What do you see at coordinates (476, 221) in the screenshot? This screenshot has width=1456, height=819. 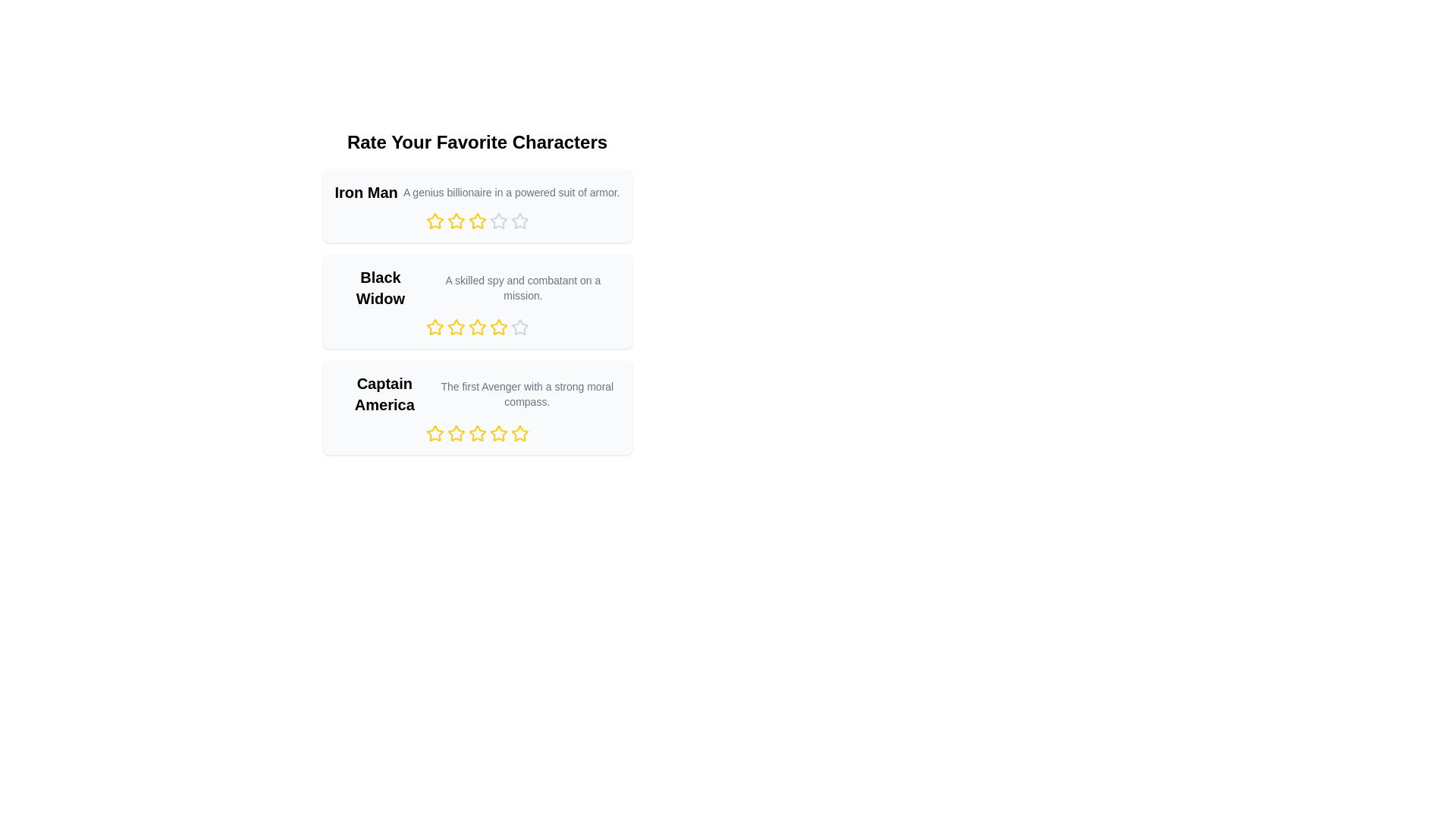 I see `the second star icon in the rating interface for 'Iron Man' to set a rating of 2 out of 5` at bounding box center [476, 221].